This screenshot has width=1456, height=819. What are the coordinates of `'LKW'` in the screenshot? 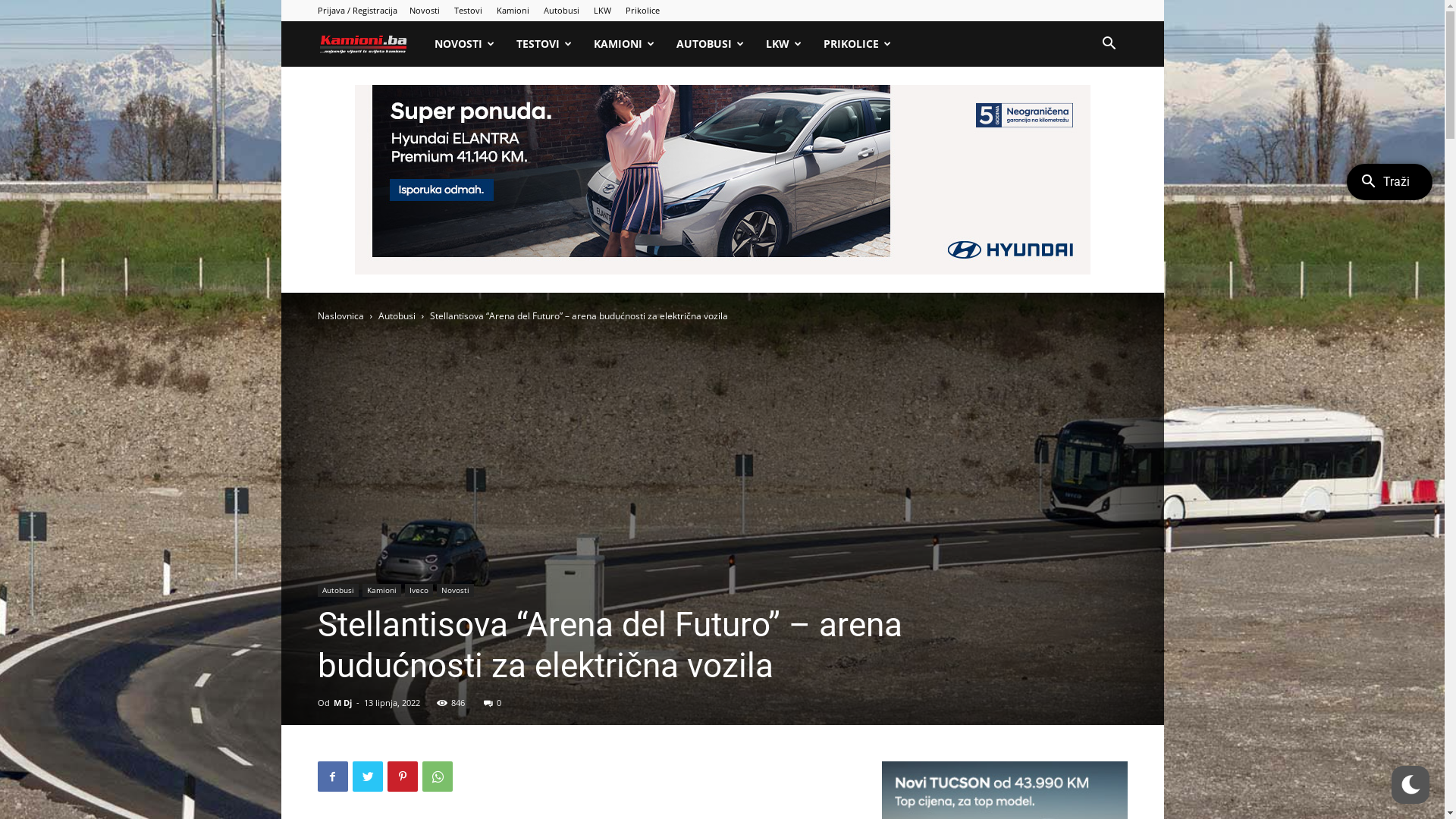 It's located at (755, 42).